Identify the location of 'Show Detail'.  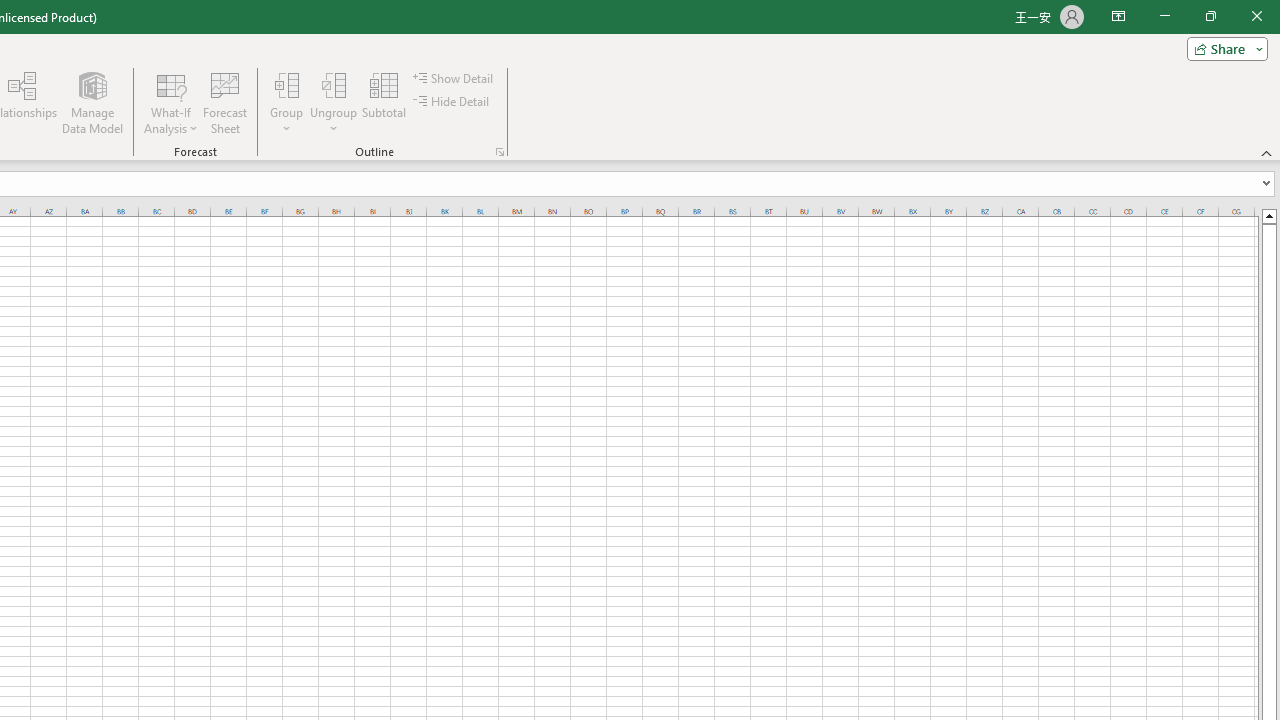
(454, 77).